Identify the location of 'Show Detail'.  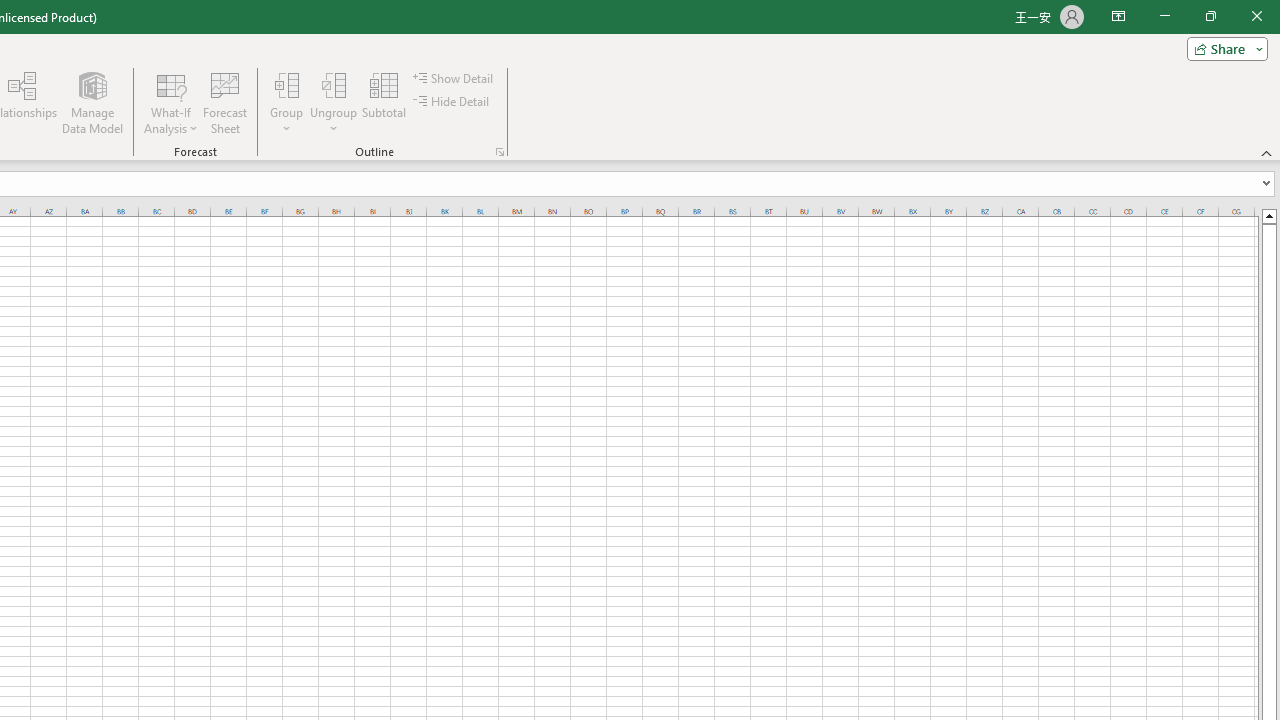
(454, 77).